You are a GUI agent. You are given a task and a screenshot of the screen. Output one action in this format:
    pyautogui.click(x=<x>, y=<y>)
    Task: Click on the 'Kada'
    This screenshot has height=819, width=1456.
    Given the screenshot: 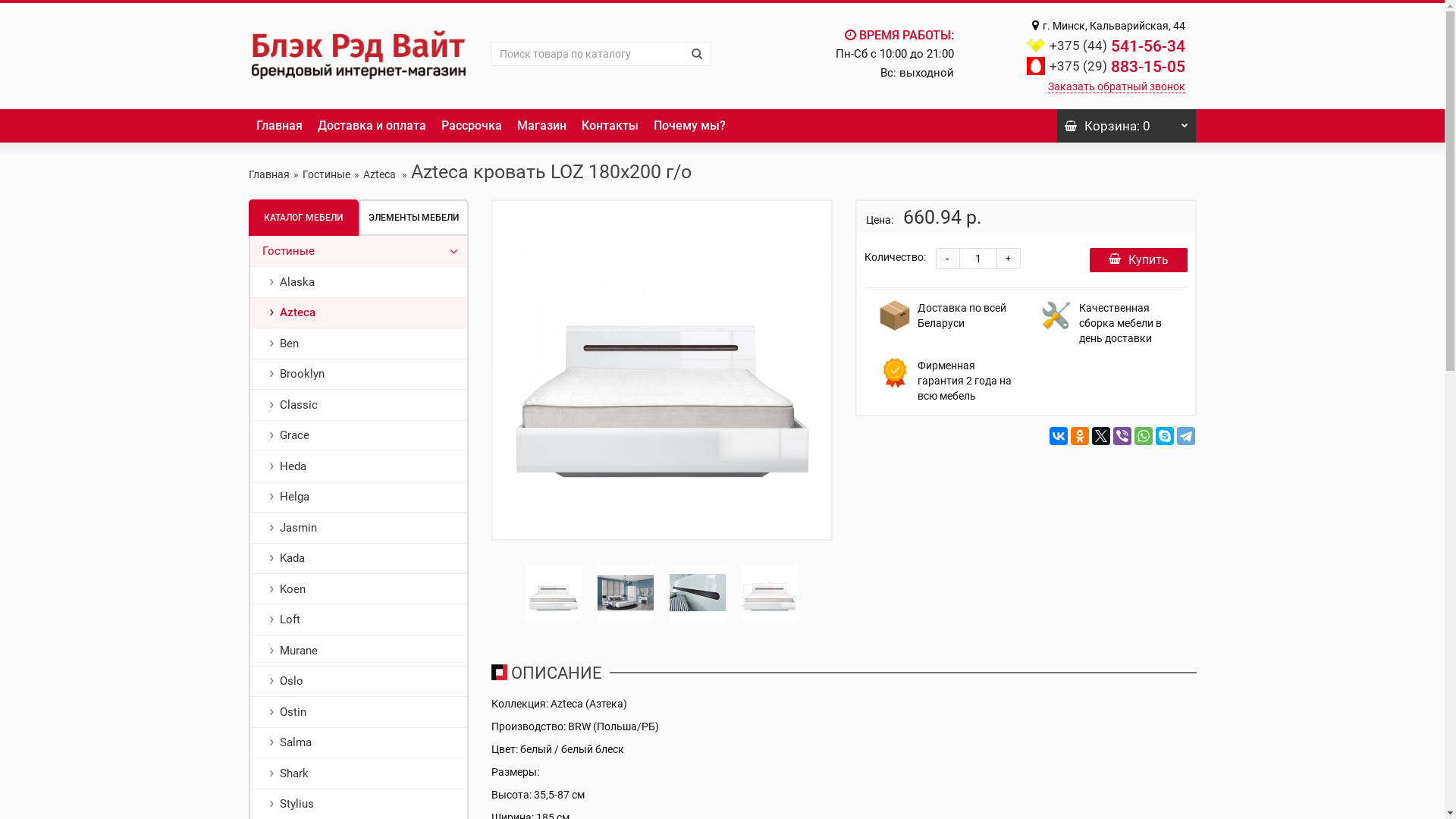 What is the action you would take?
    pyautogui.click(x=250, y=558)
    